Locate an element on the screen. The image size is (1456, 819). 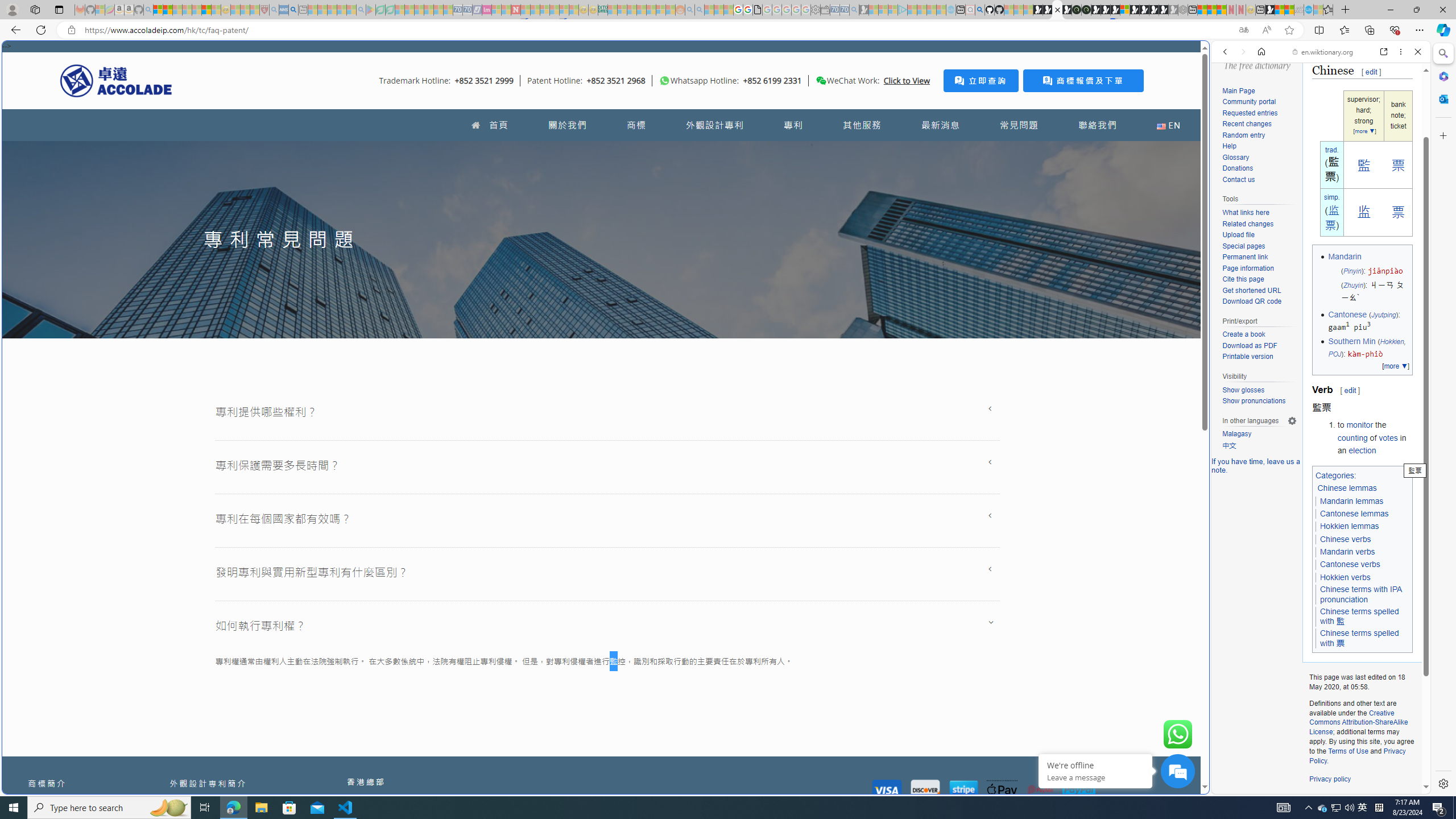
'Jyutping' is located at coordinates (1383, 313).